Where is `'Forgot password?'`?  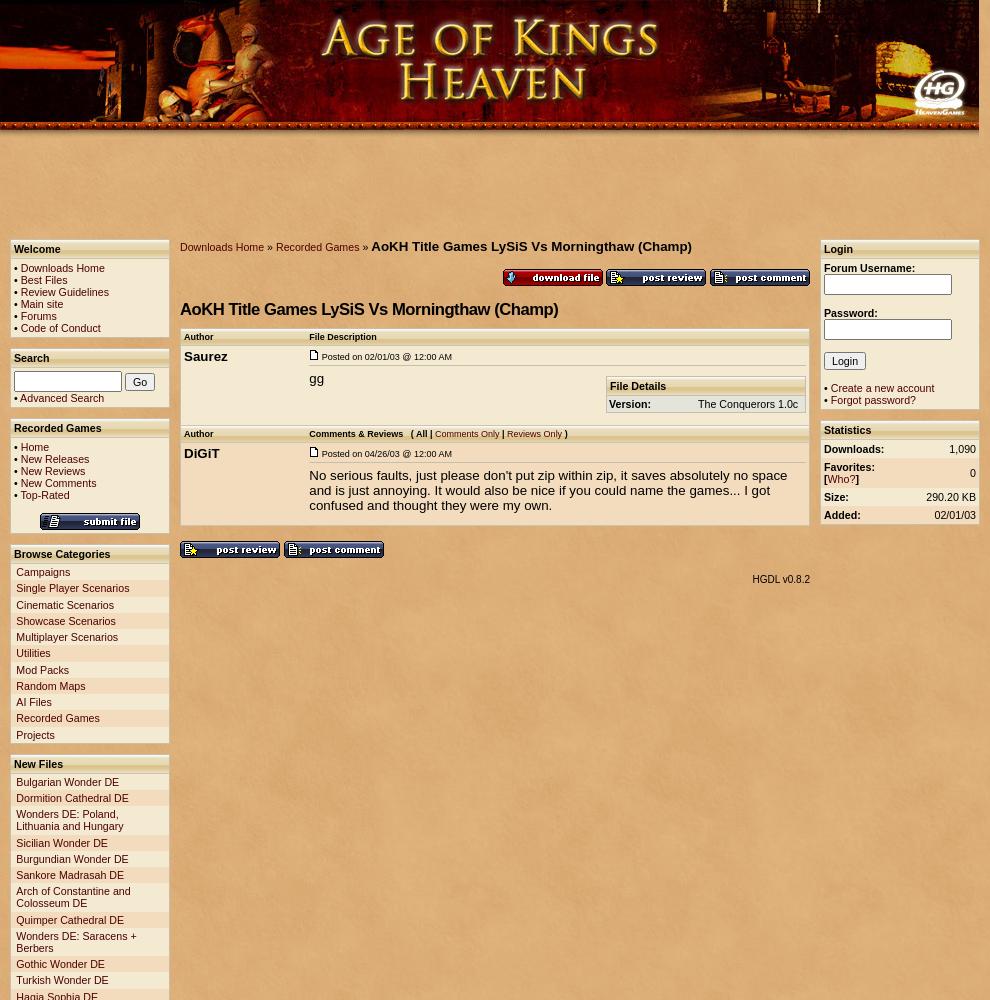
'Forgot password?' is located at coordinates (829, 400).